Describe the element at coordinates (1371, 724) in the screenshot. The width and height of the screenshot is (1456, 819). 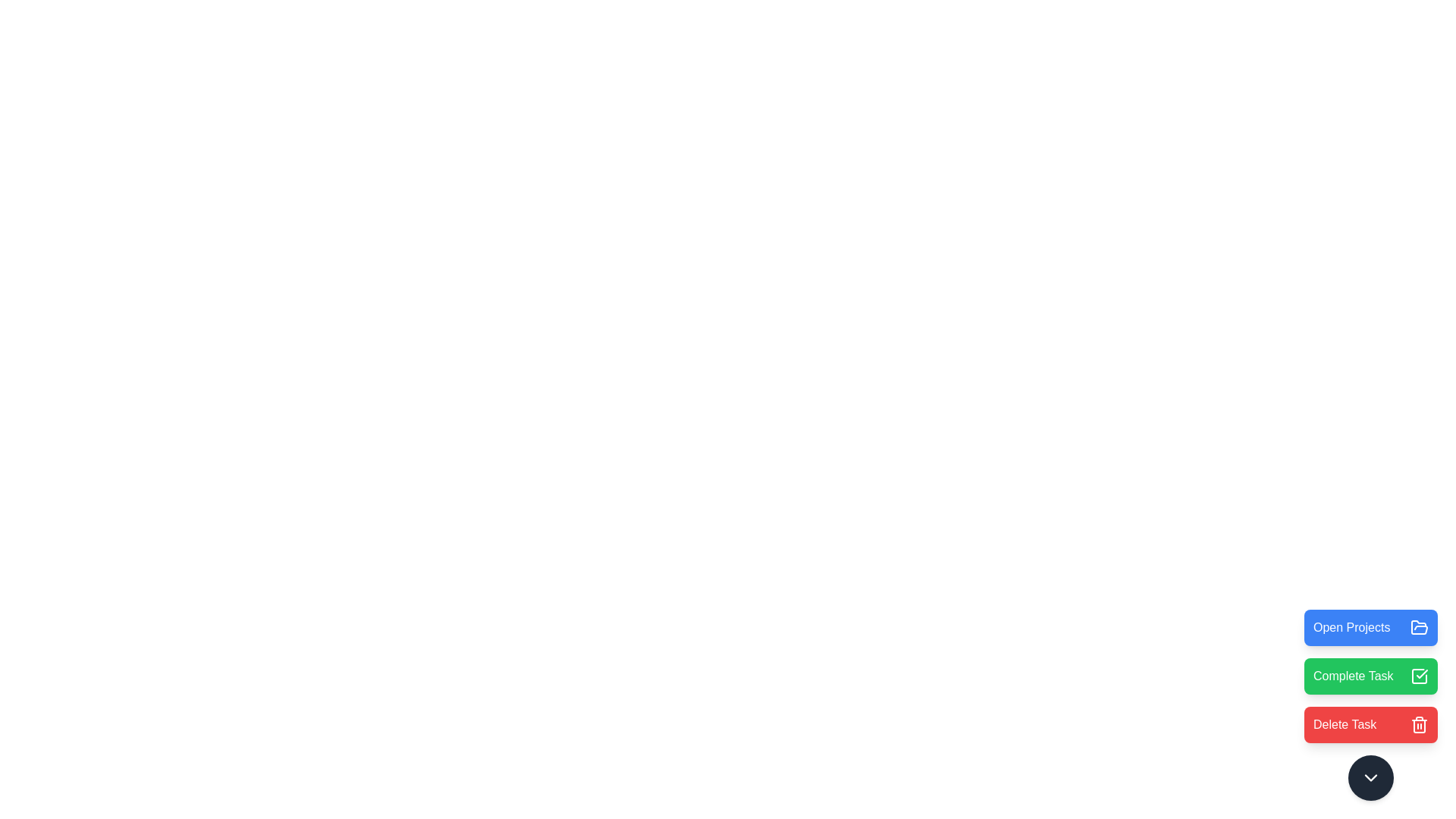
I see `'Delete Task' button to delete a task` at that location.